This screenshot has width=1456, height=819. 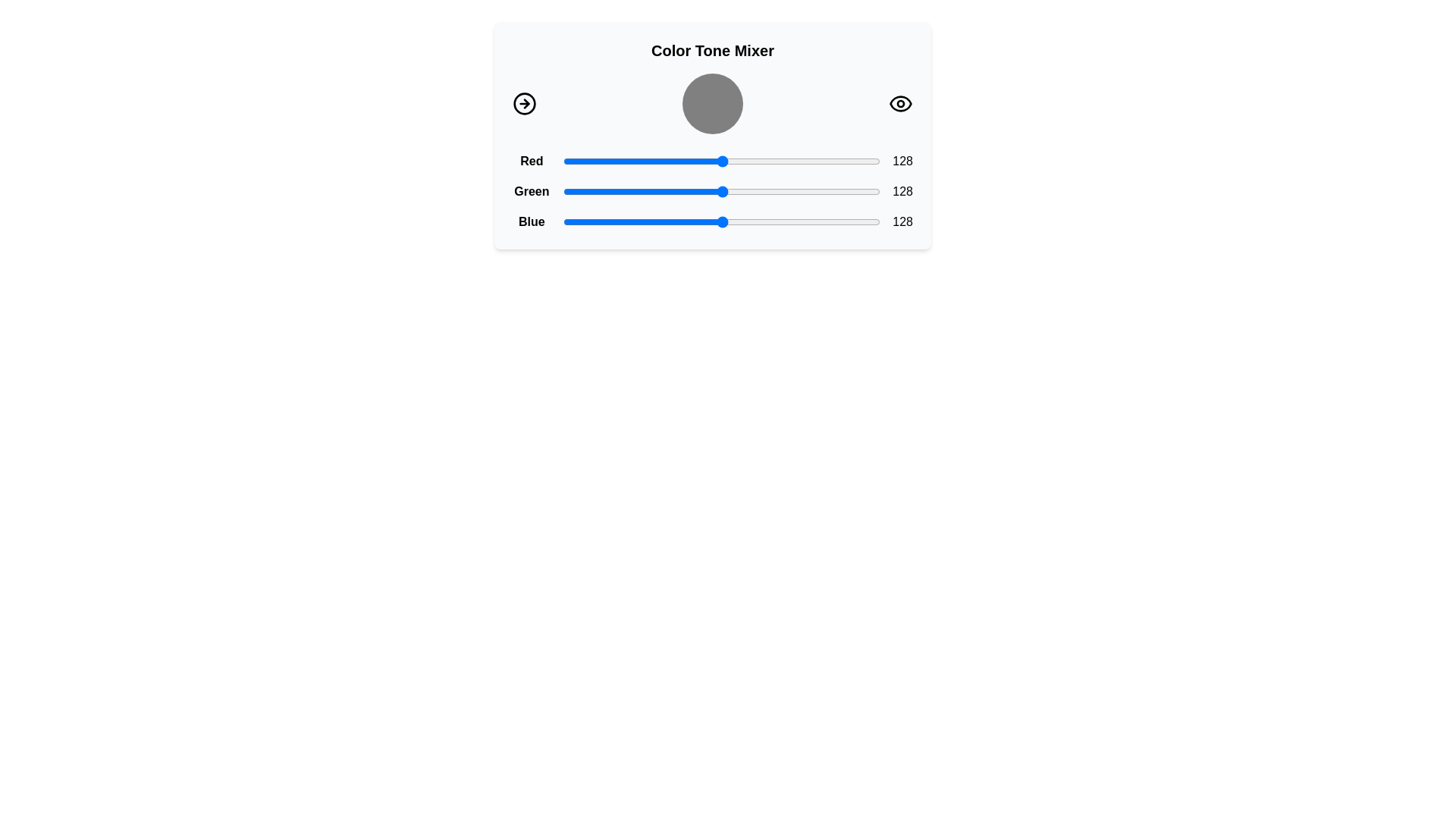 I want to click on the red component, so click(x=728, y=161).